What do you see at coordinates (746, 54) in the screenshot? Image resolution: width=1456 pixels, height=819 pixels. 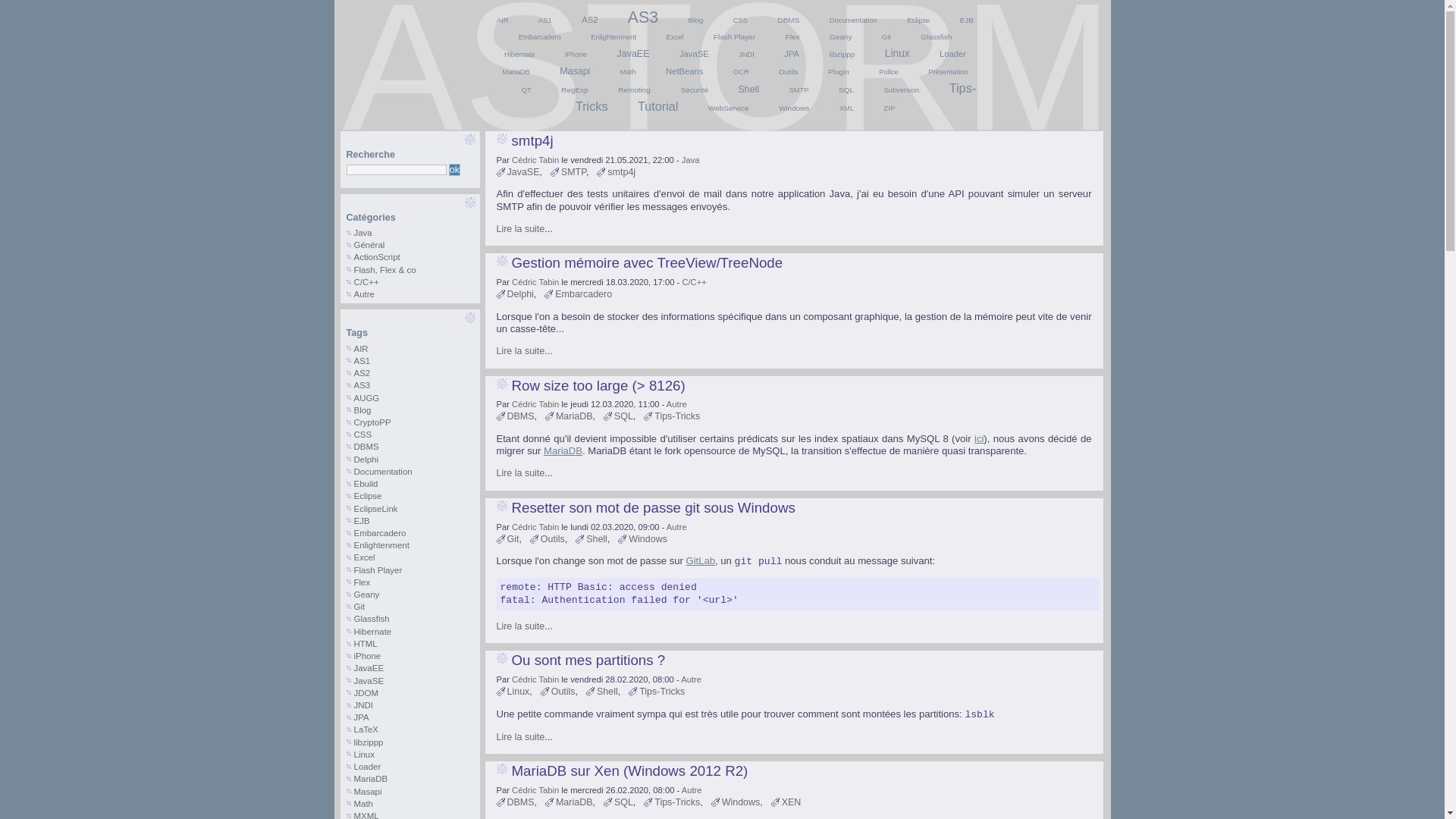 I see `'JNDI'` at bounding box center [746, 54].